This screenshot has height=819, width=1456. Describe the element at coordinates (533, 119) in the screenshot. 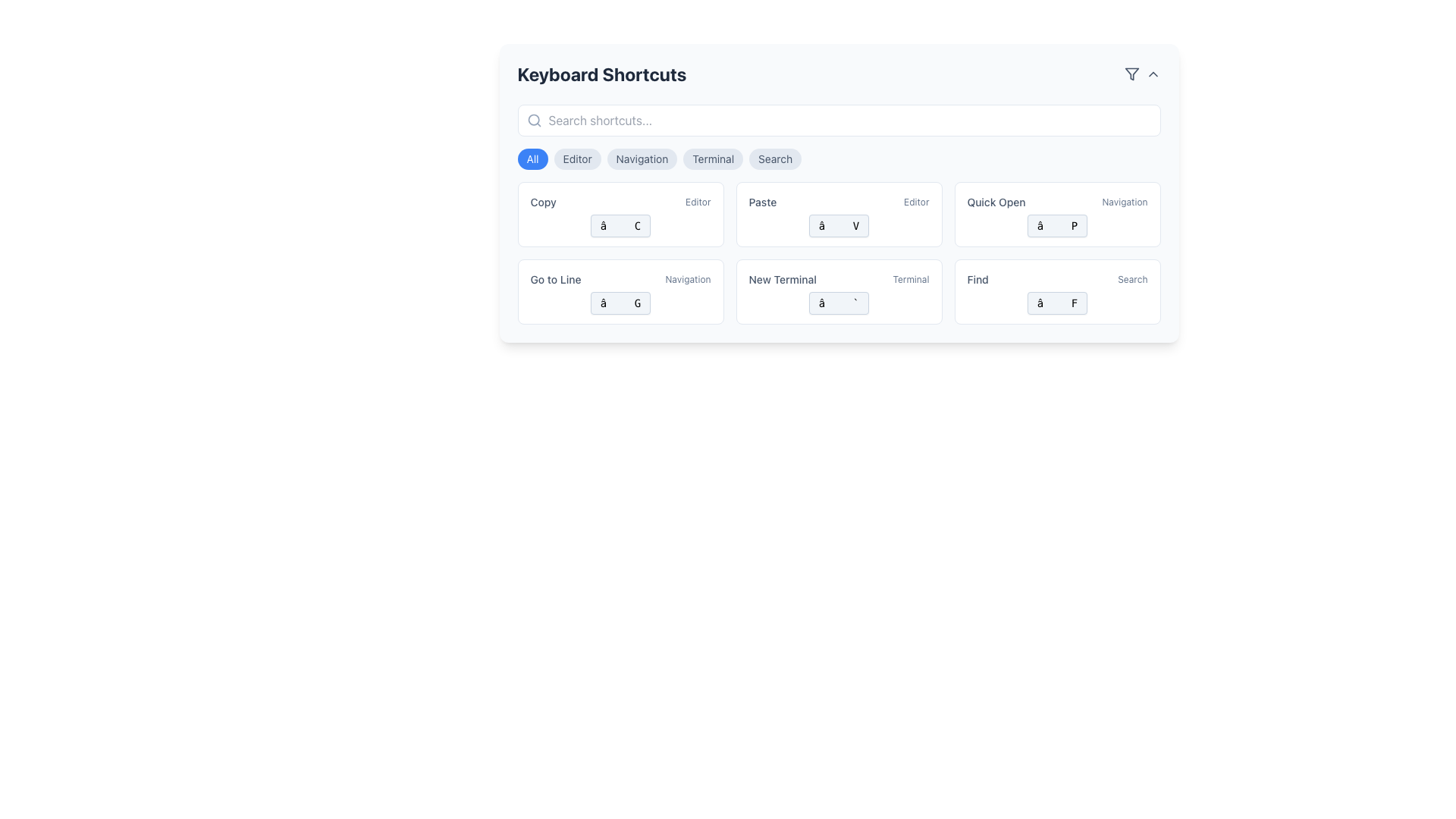

I see `the SVG graphical circle element representing the lens of the magnifying glass icon in the search bar interface` at that location.